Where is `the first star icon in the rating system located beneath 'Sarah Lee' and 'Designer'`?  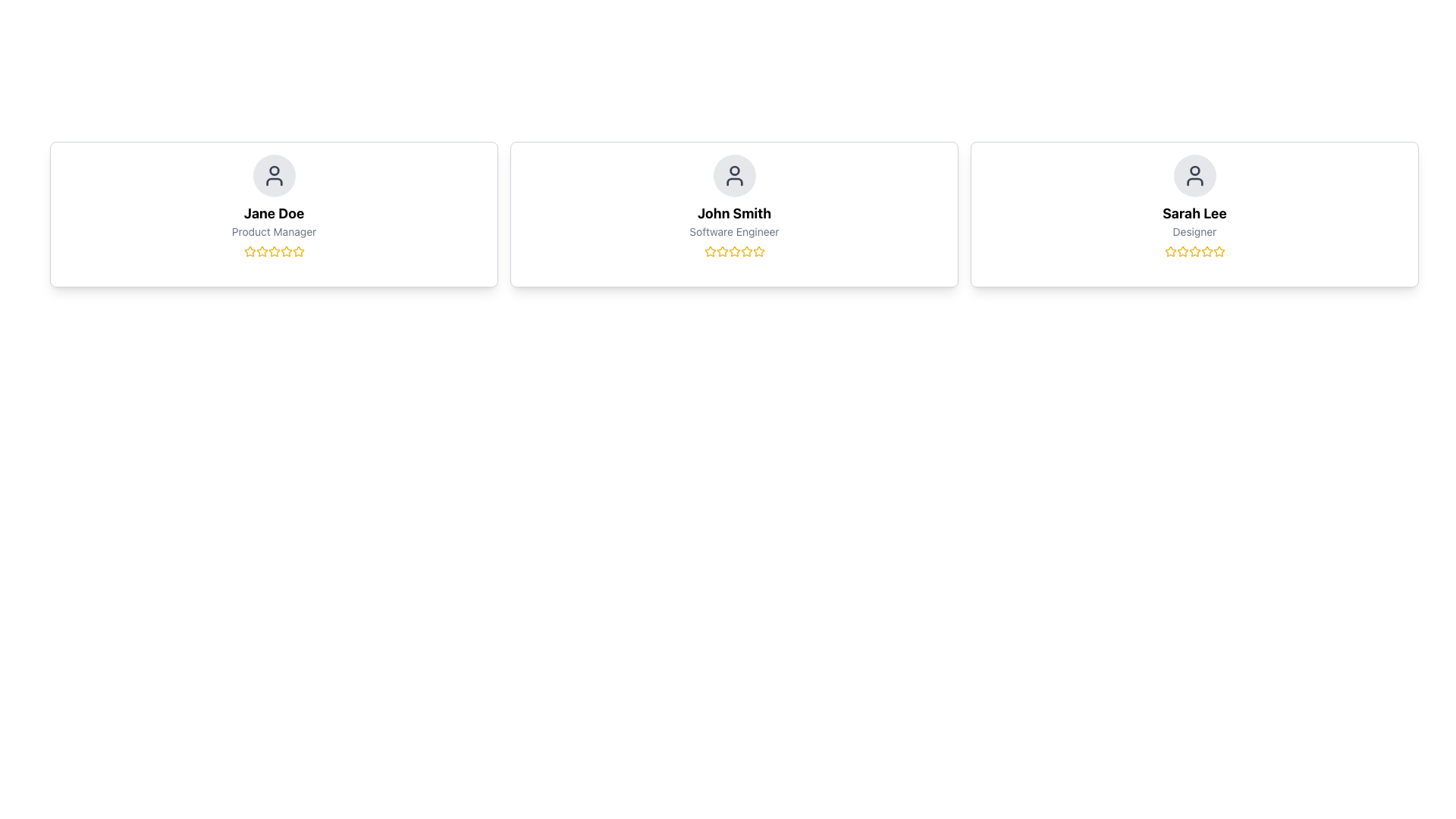
the first star icon in the rating system located beneath 'Sarah Lee' and 'Designer' is located at coordinates (1169, 250).